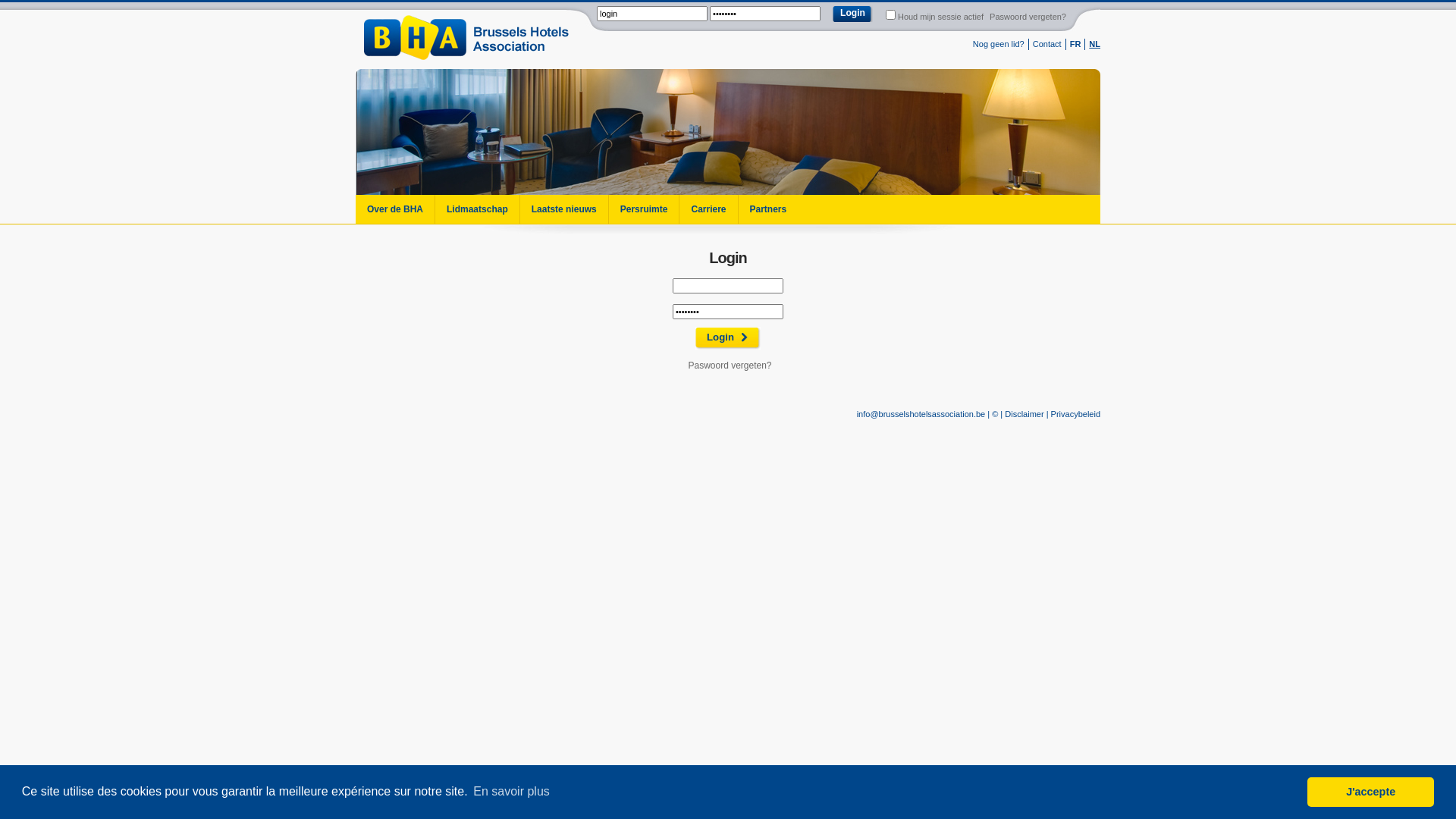 The width and height of the screenshot is (1456, 819). I want to click on 'En savoir plus', so click(511, 791).